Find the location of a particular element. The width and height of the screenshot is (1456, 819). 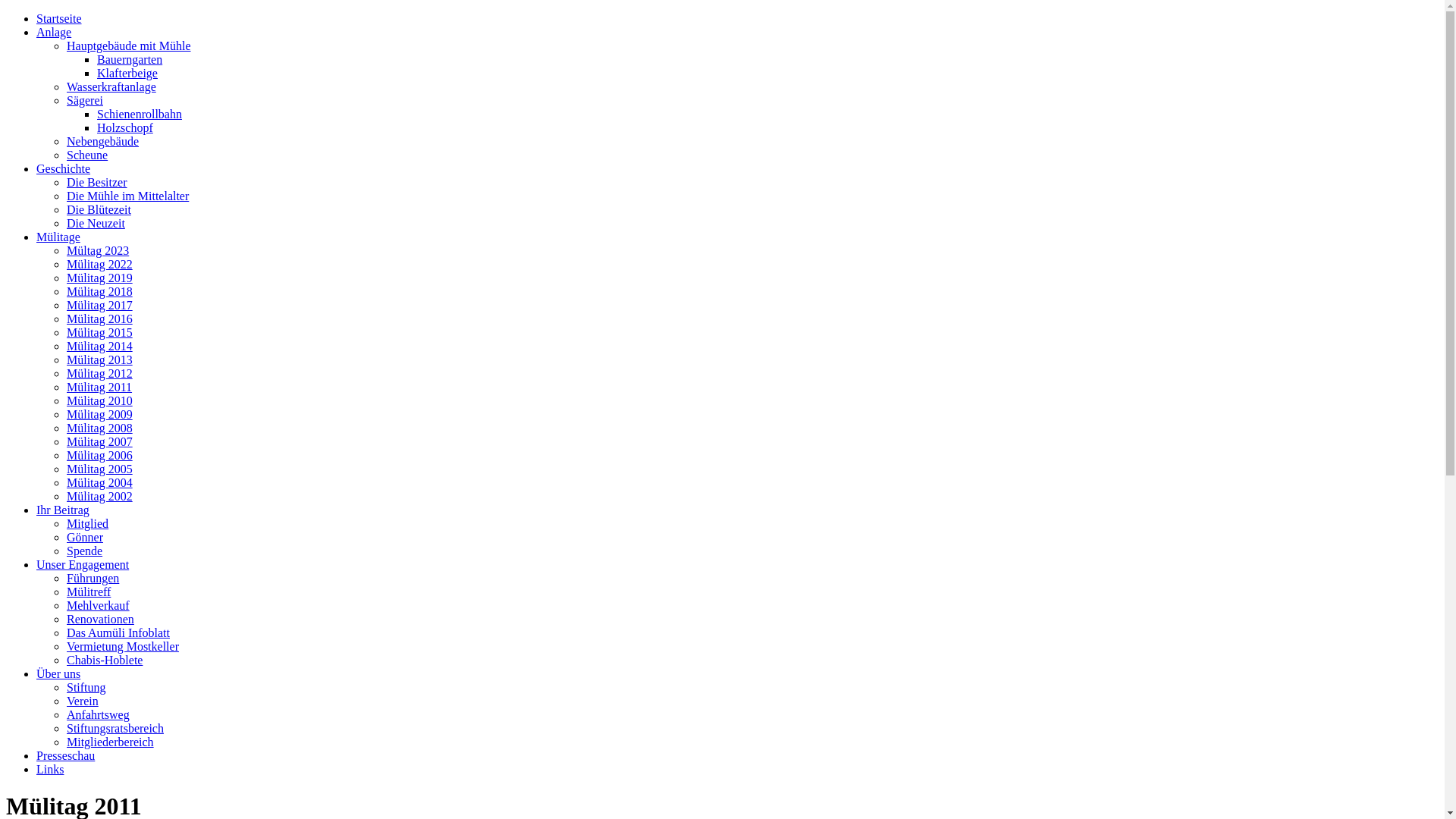

'Die Besitzer' is located at coordinates (96, 181).